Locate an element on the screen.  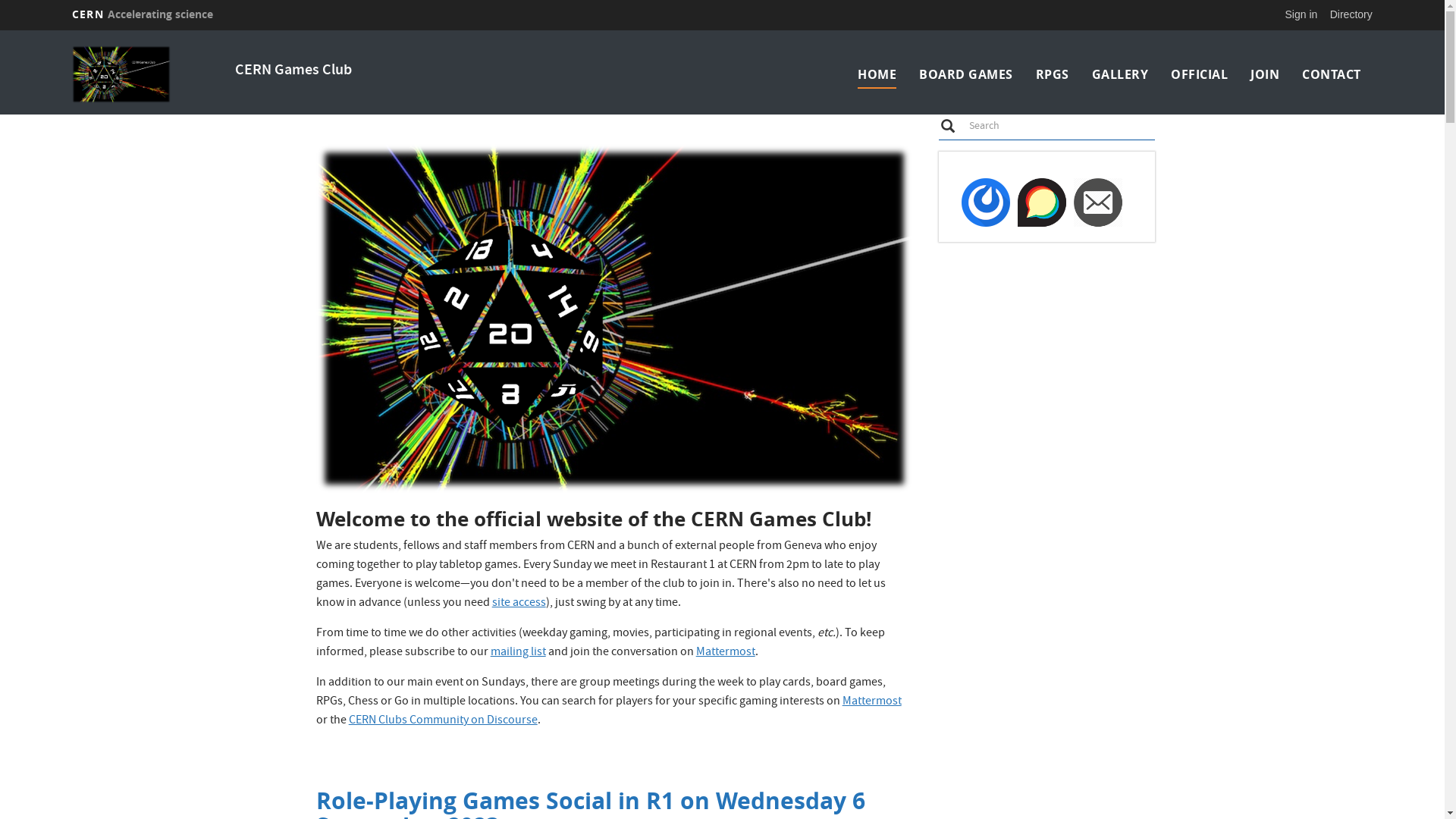
'CERN Clubs Community on Discourse' is located at coordinates (442, 720).